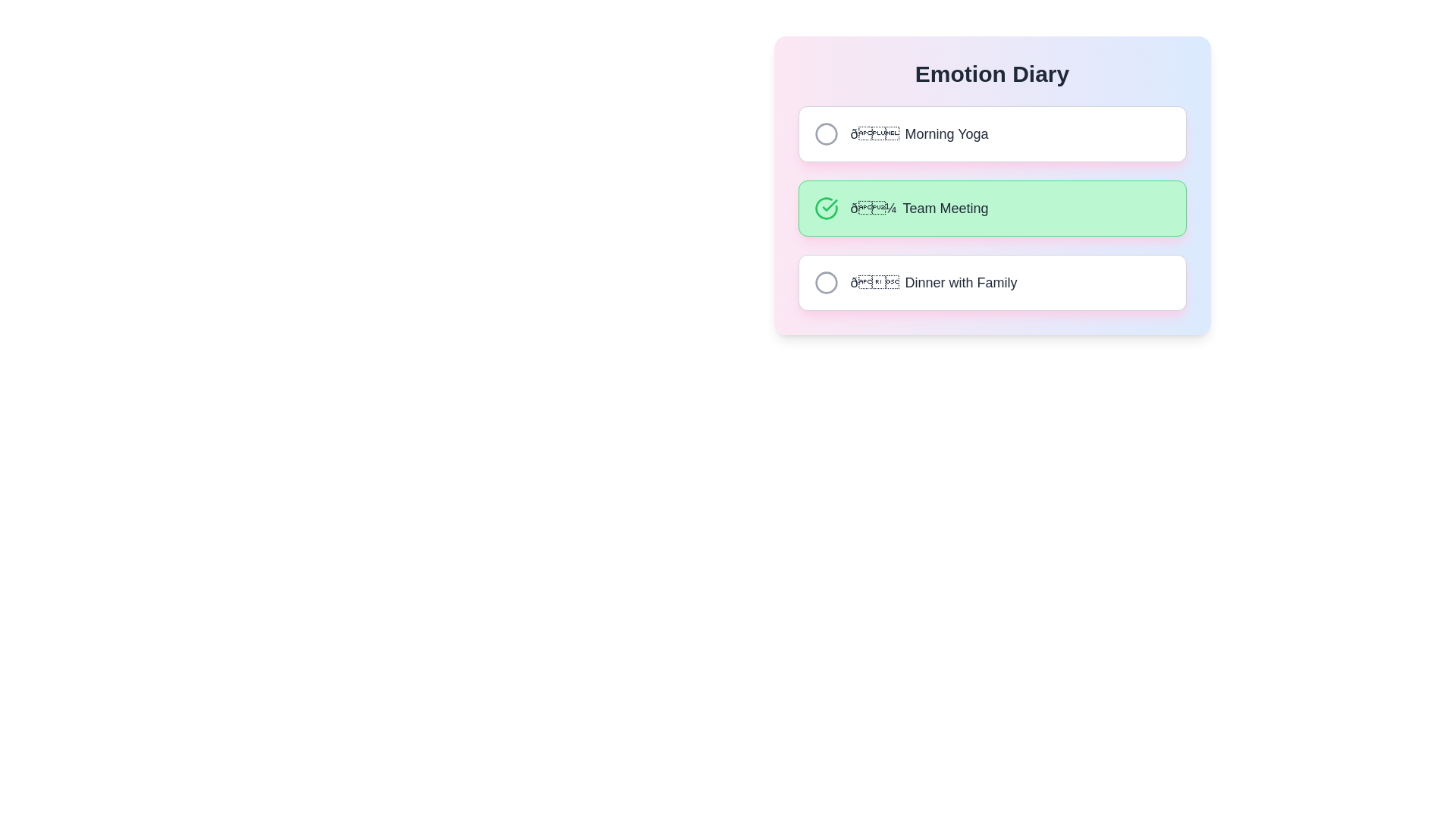  Describe the element at coordinates (992, 208) in the screenshot. I see `the description and image of the diary entry 2` at that location.